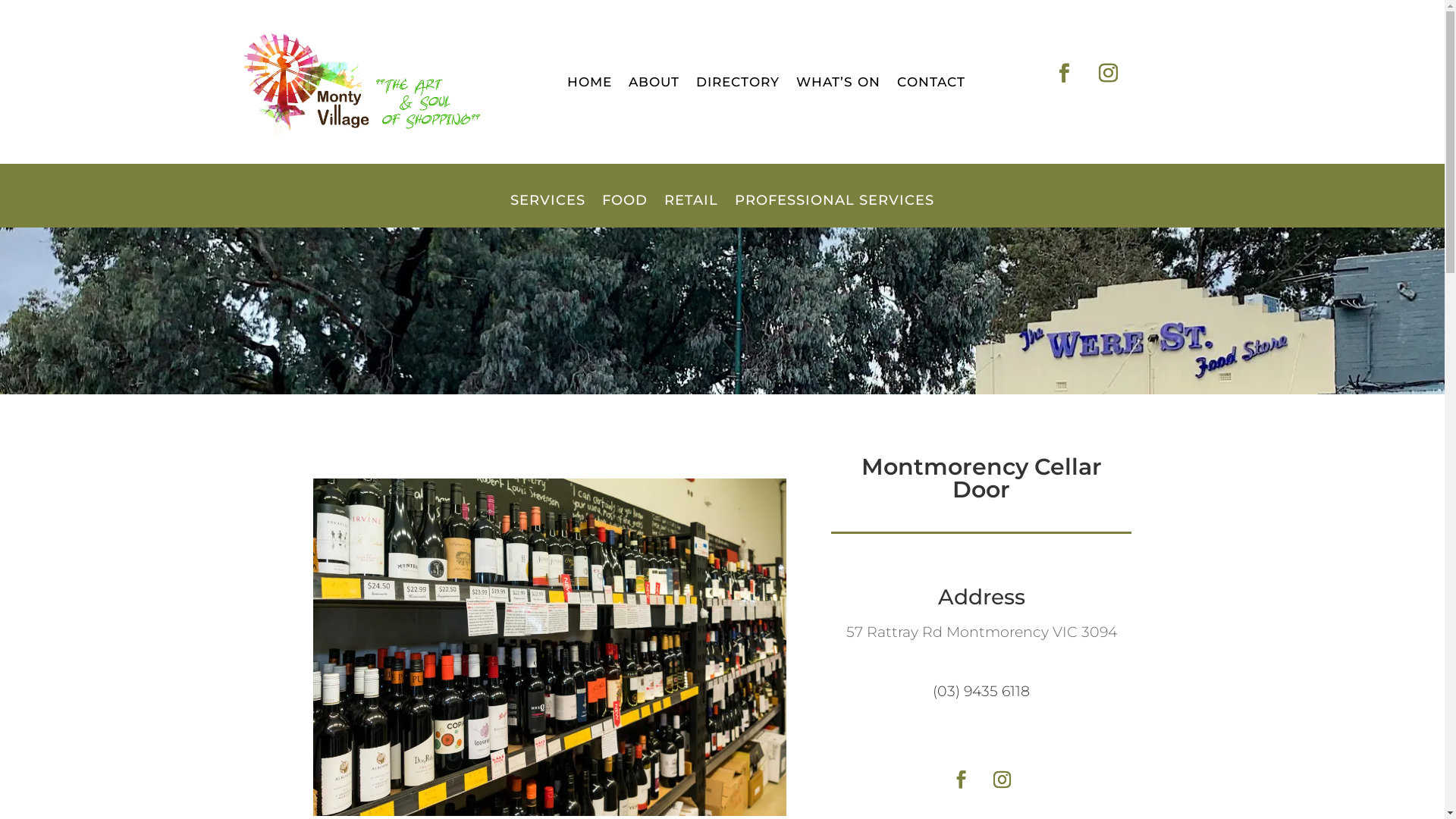 Image resolution: width=1456 pixels, height=819 pixels. I want to click on 'PROFESSIONAL SERVICES', so click(833, 211).